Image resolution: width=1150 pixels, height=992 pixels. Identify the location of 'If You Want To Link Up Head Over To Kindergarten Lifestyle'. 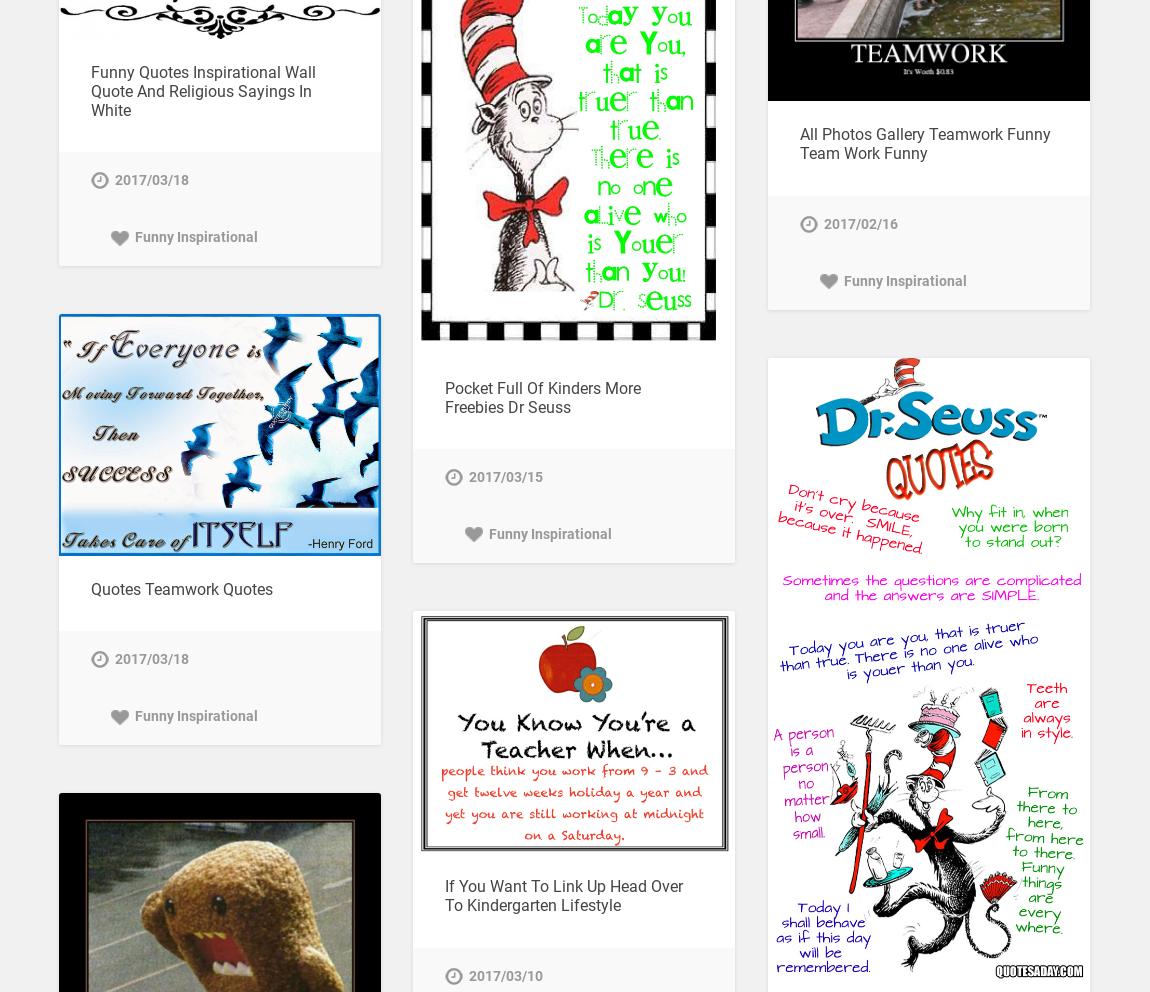
(563, 895).